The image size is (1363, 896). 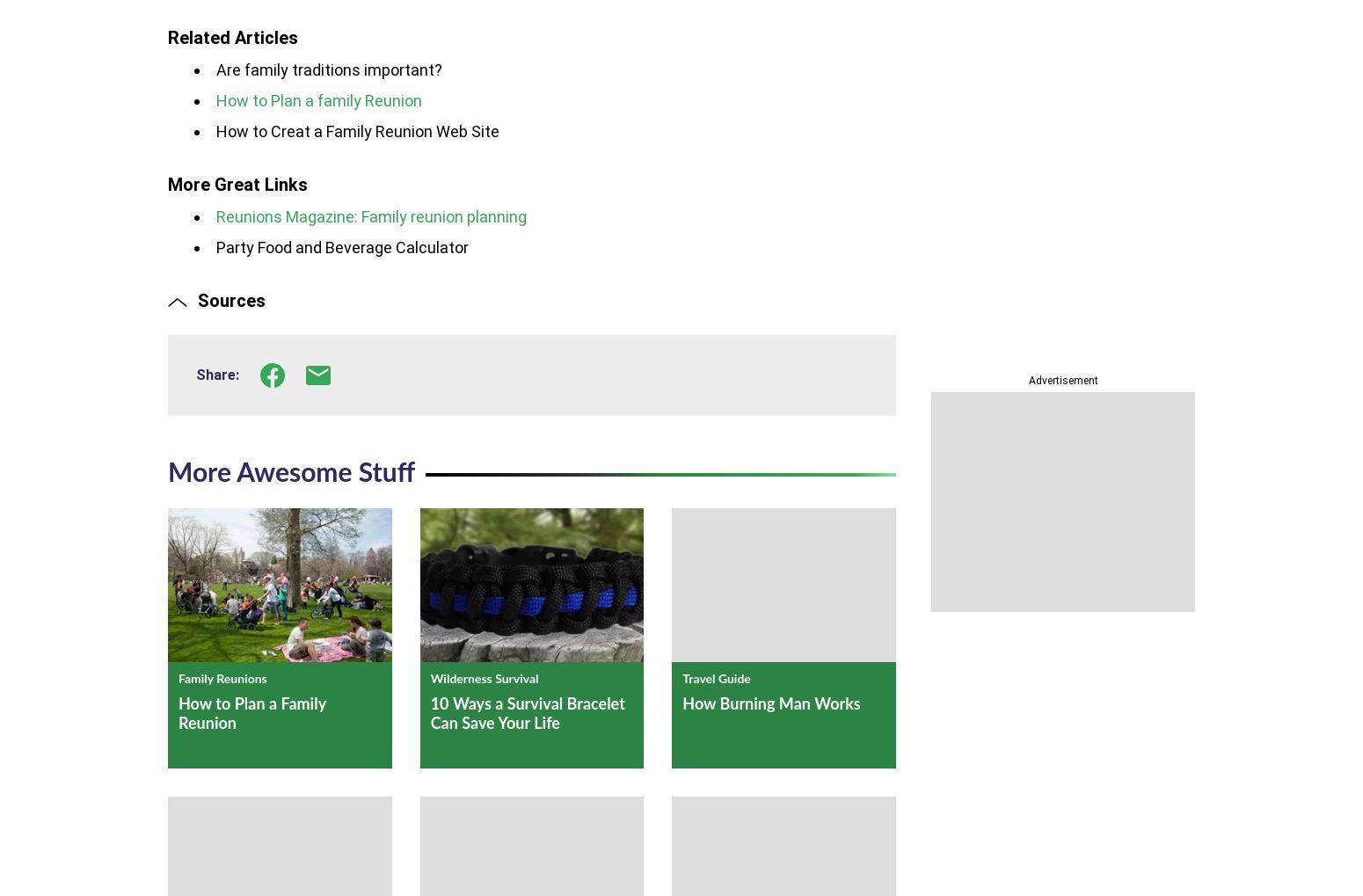 What do you see at coordinates (429, 679) in the screenshot?
I see `'Wilderness Survival'` at bounding box center [429, 679].